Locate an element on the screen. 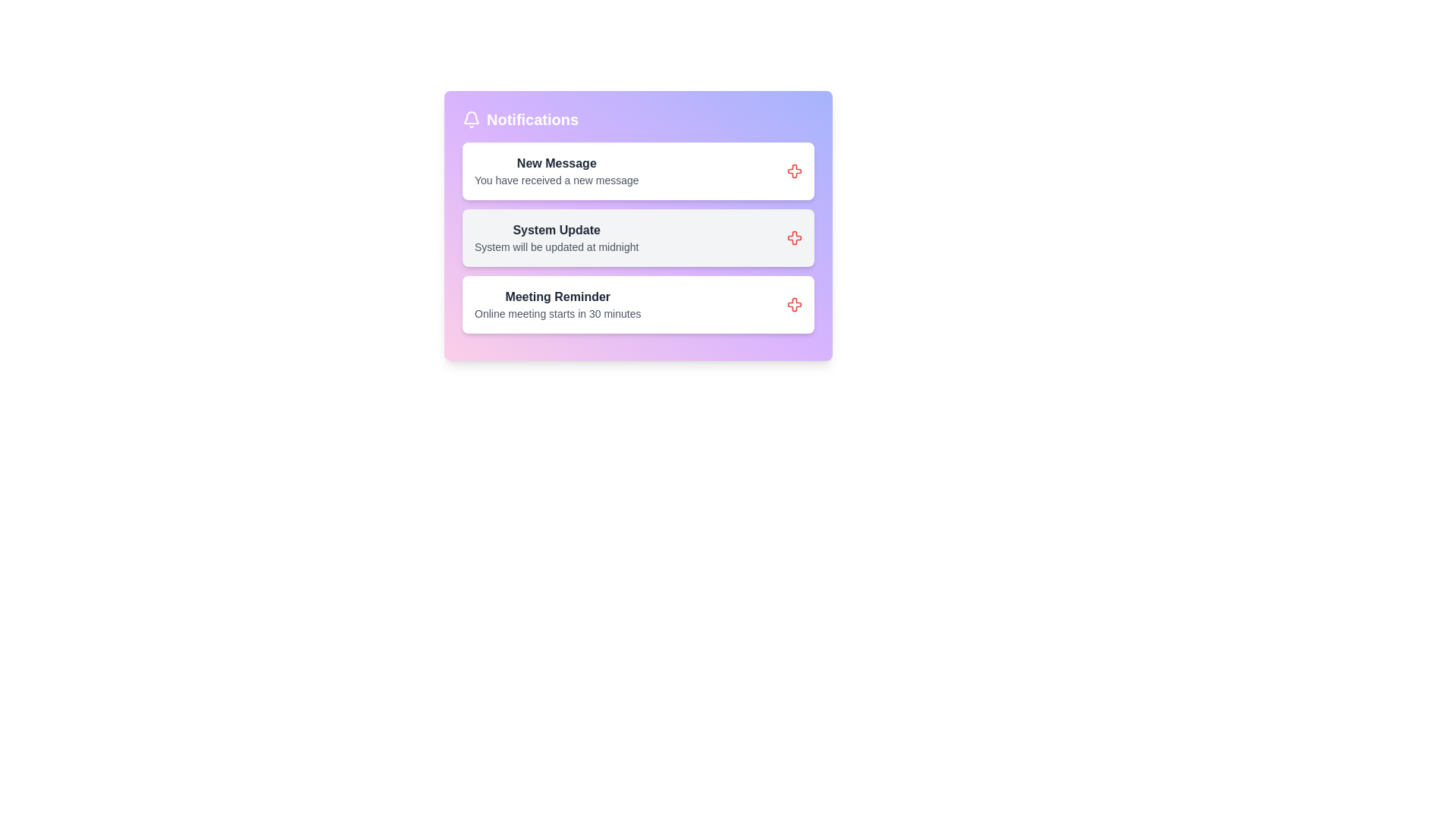 This screenshot has width=1456, height=819. the details of a notification by selecting the notification with title 'System Update' is located at coordinates (556, 237).